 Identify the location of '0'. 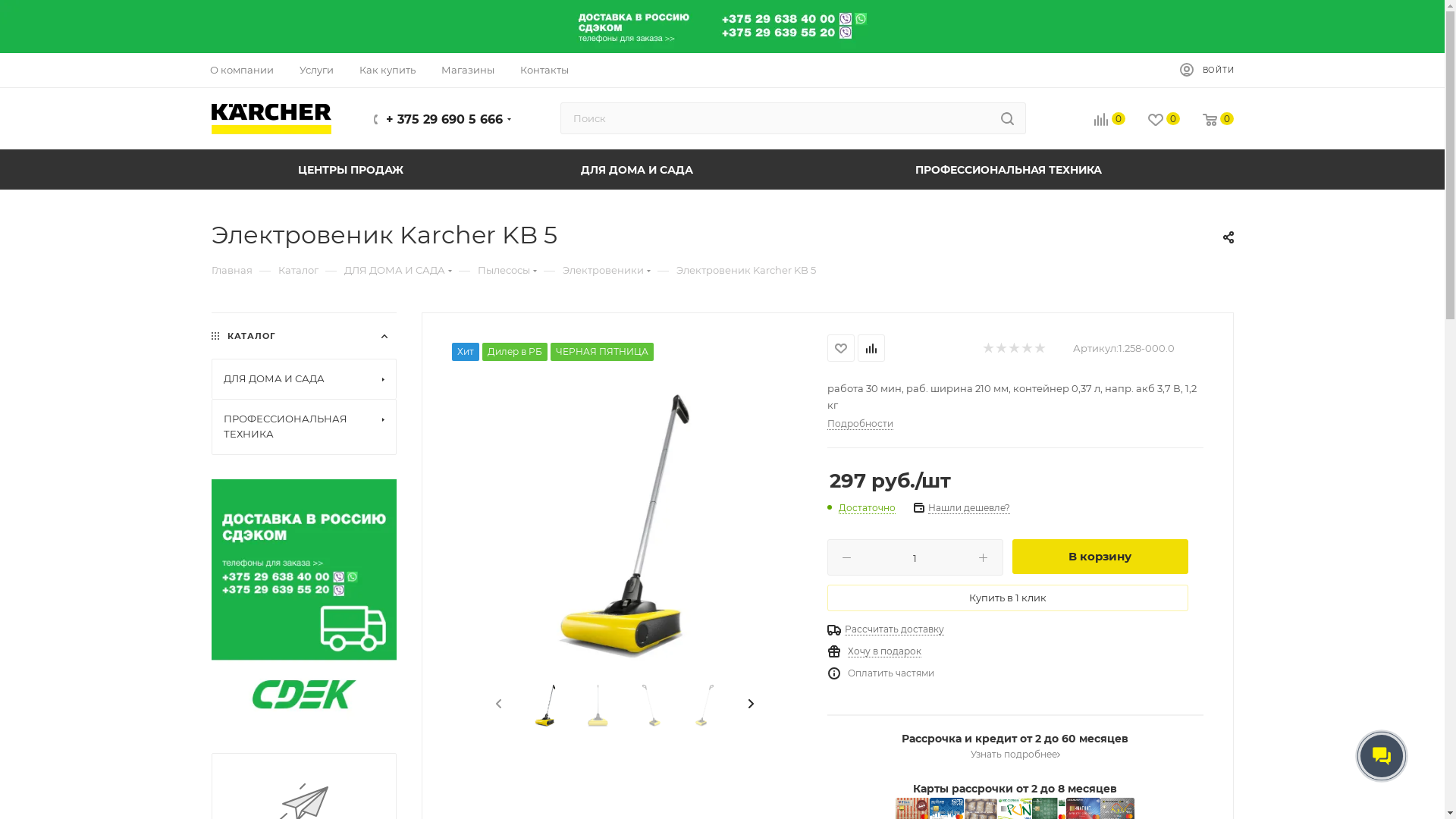
(1153, 119).